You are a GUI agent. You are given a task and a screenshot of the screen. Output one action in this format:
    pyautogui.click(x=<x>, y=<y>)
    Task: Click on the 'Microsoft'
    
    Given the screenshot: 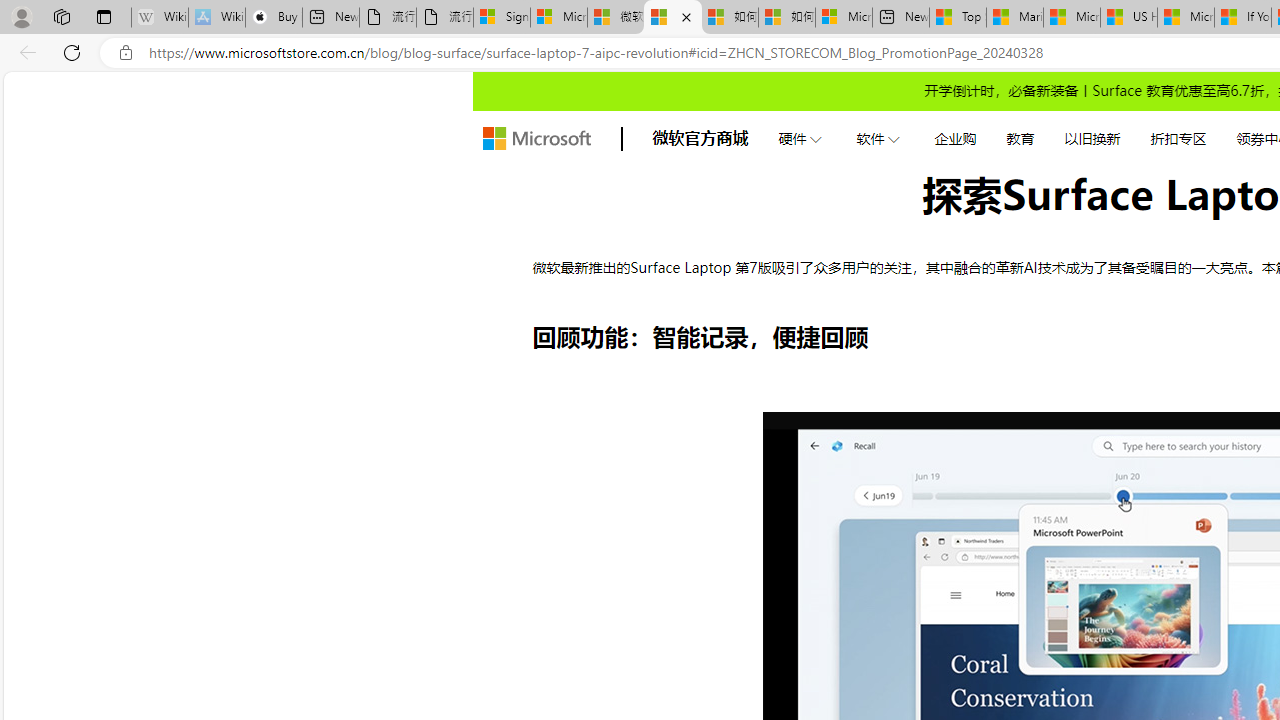 What is the action you would take?
    pyautogui.click(x=536, y=137)
    